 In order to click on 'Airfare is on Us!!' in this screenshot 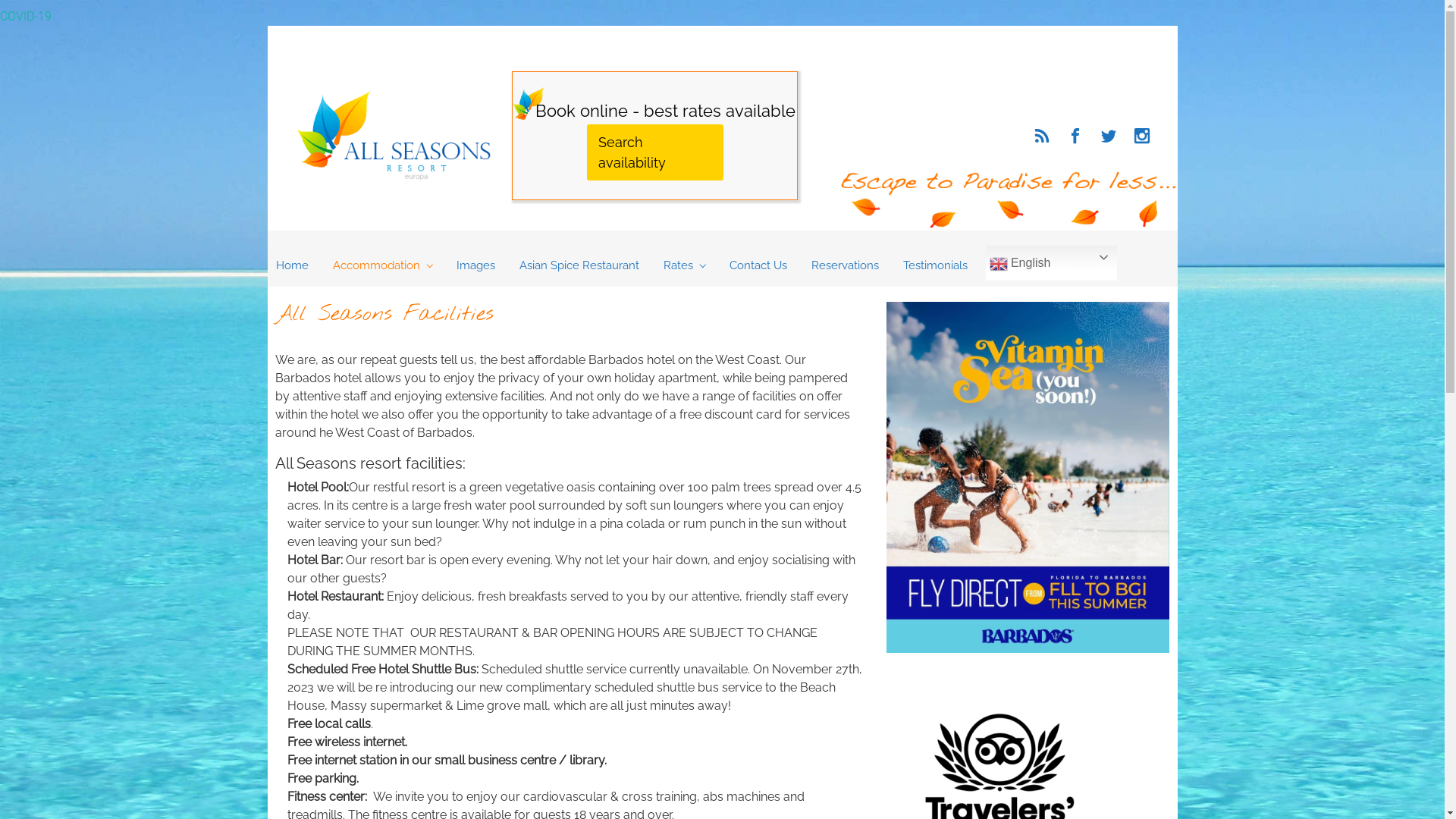, I will do `click(1028, 476)`.